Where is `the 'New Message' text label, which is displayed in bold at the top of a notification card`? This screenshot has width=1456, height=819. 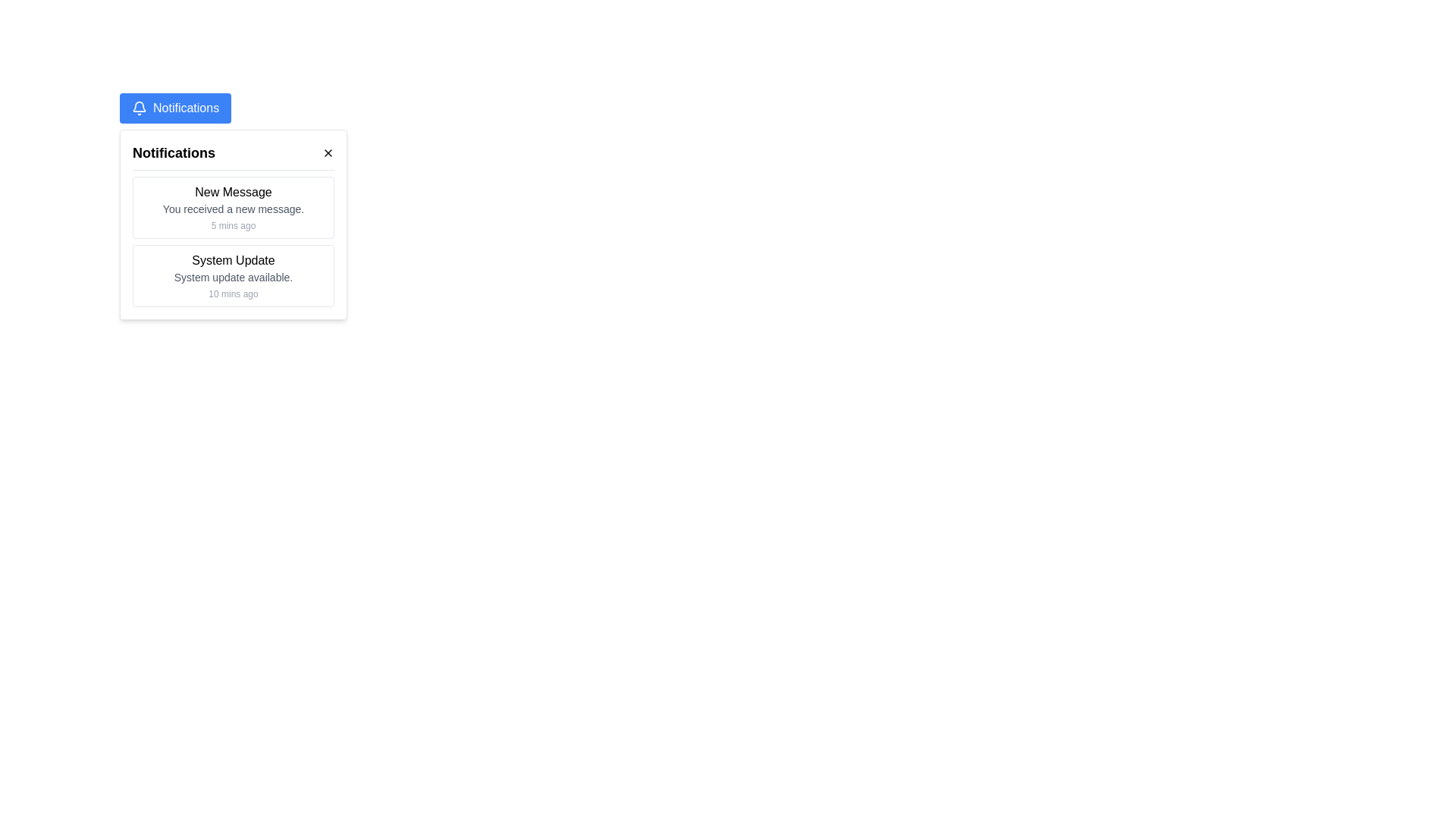 the 'New Message' text label, which is displayed in bold at the top of a notification card is located at coordinates (232, 192).